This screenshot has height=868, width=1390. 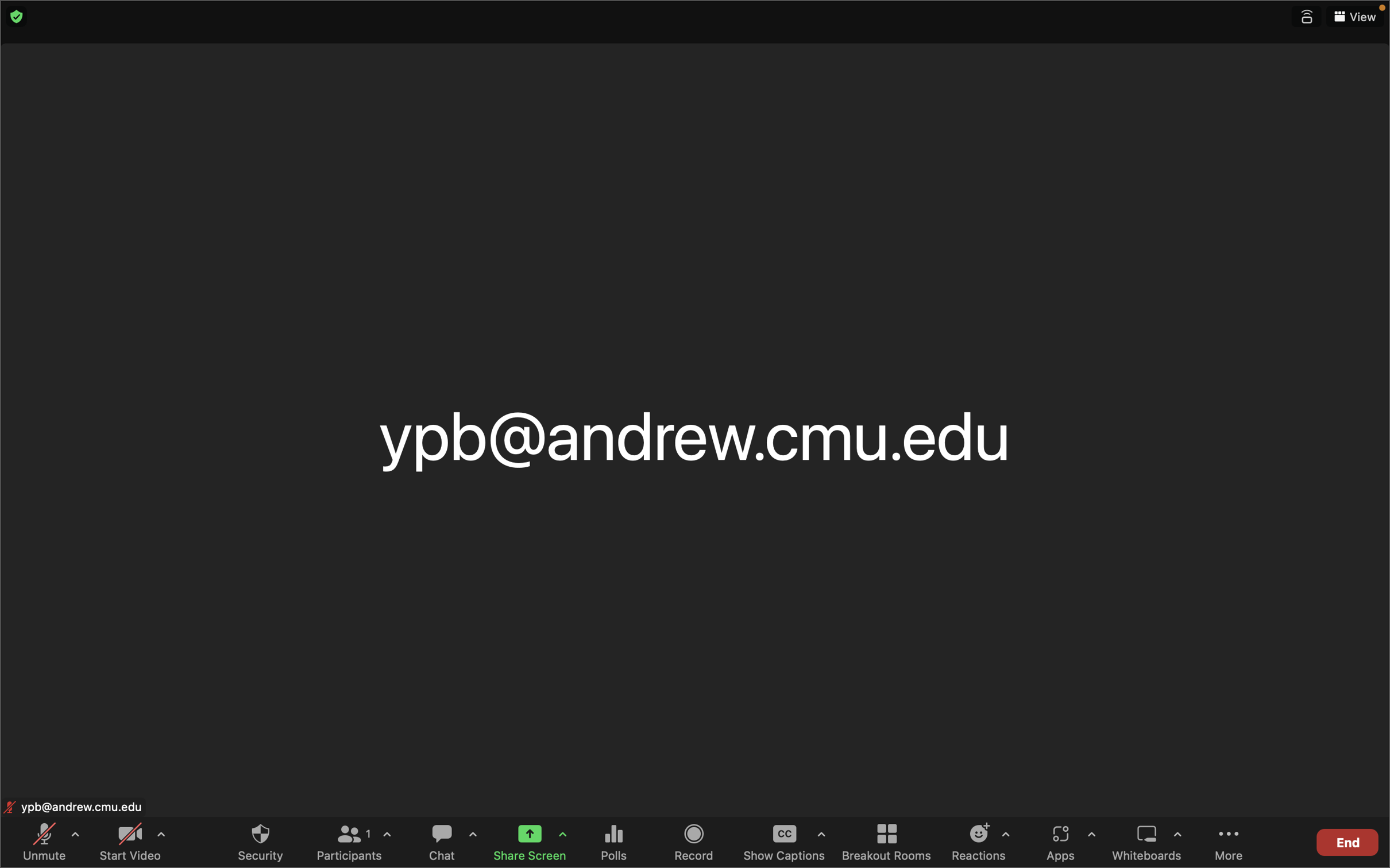 I want to click on the option to conclude the meeting, so click(x=1346, y=840).